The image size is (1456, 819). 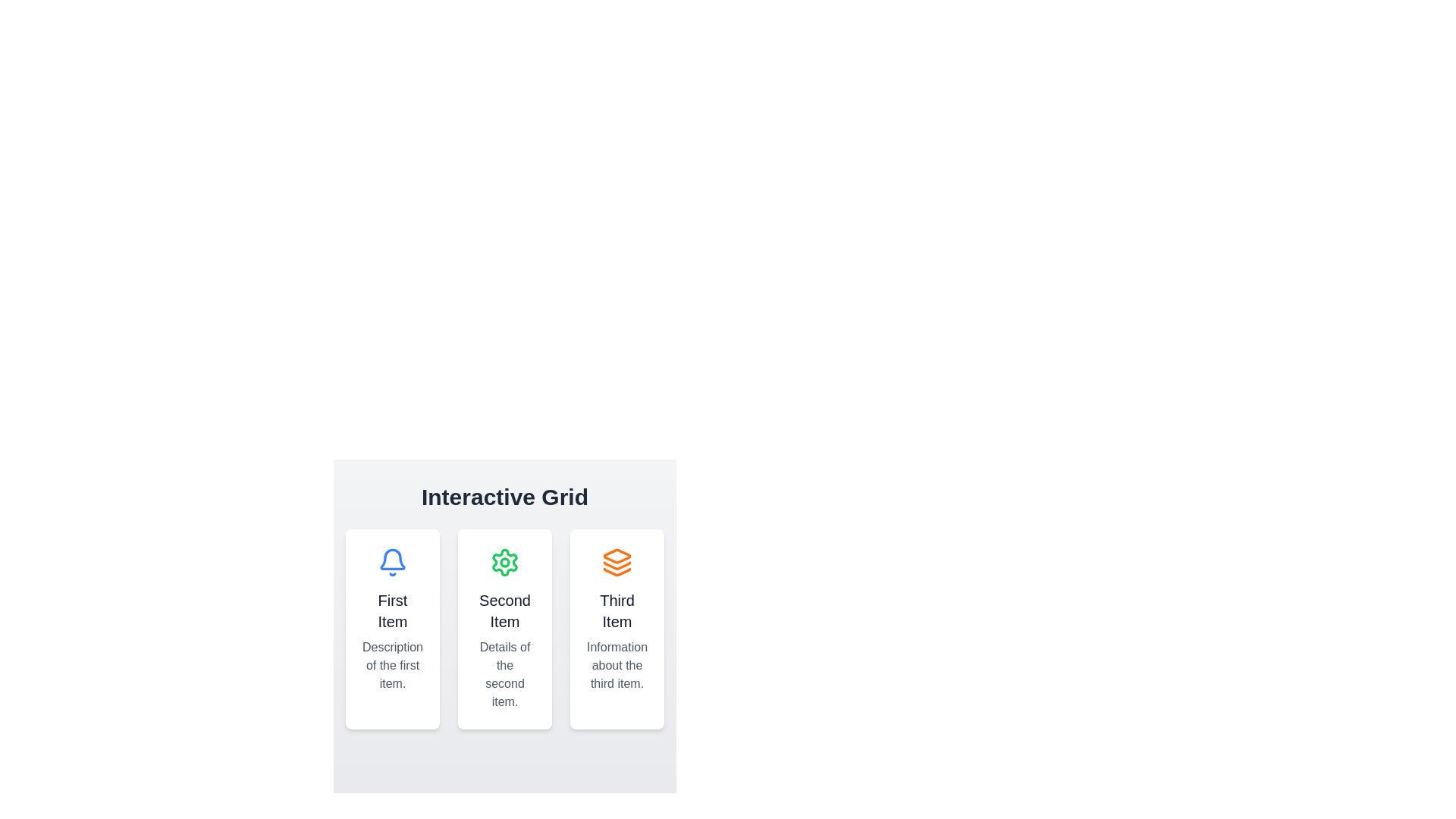 I want to click on the text label 'Third Item' which is centrally aligned and bold within the third card of a horizontally arranged grid, so click(x=617, y=610).